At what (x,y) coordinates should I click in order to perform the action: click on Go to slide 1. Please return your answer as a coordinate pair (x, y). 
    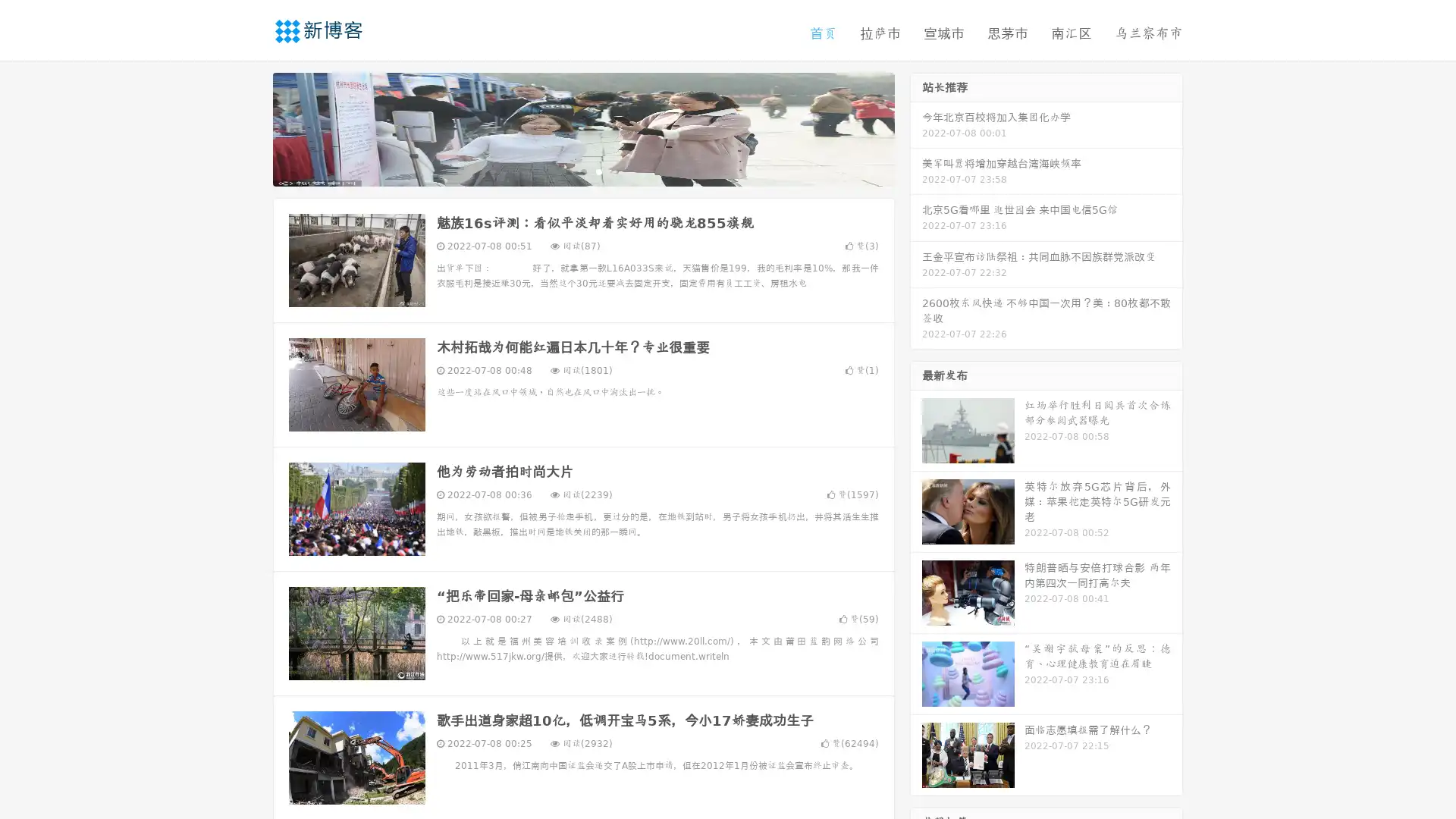
    Looking at the image, I should click on (567, 171).